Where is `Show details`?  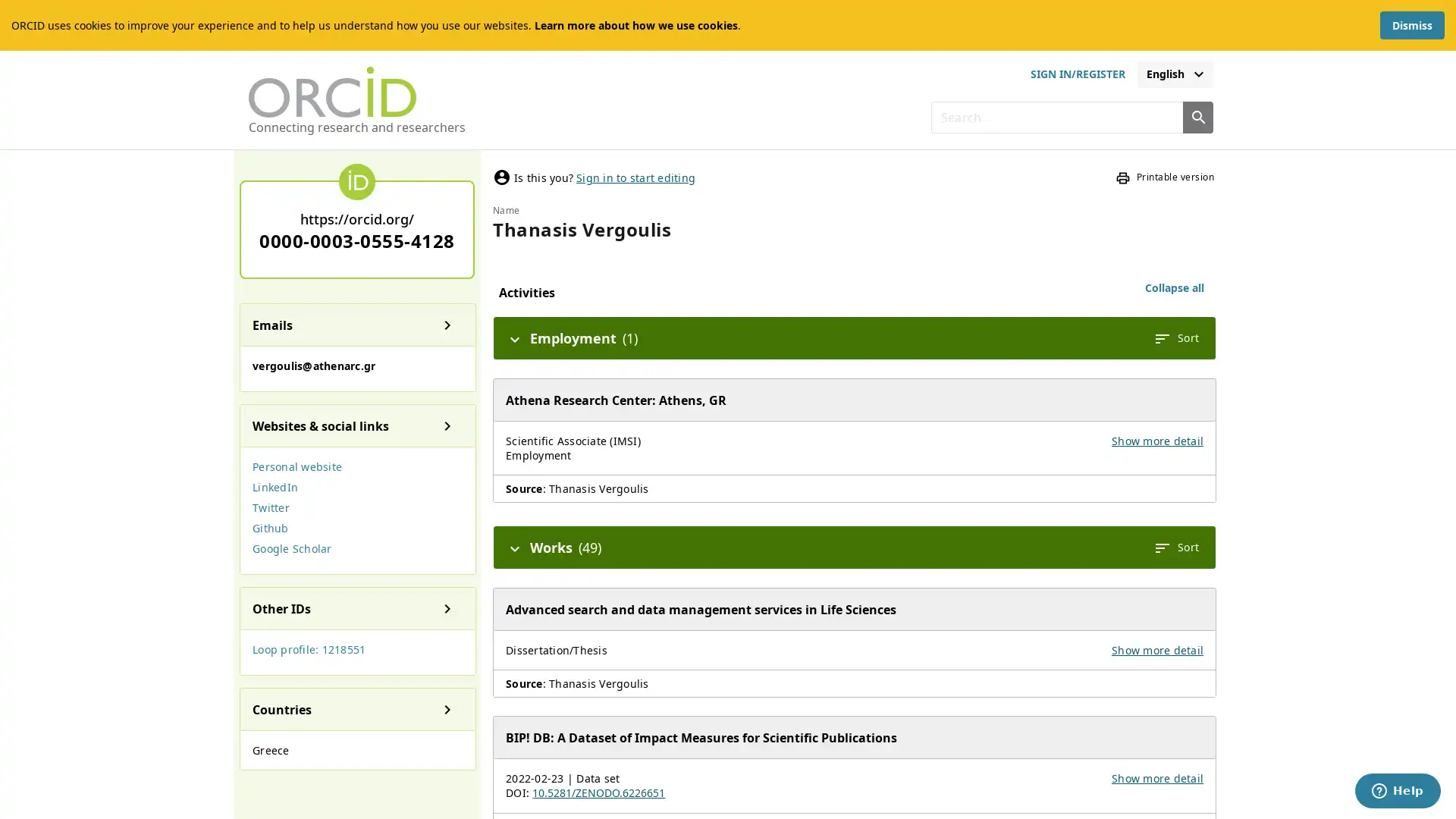 Show details is located at coordinates (447, 324).